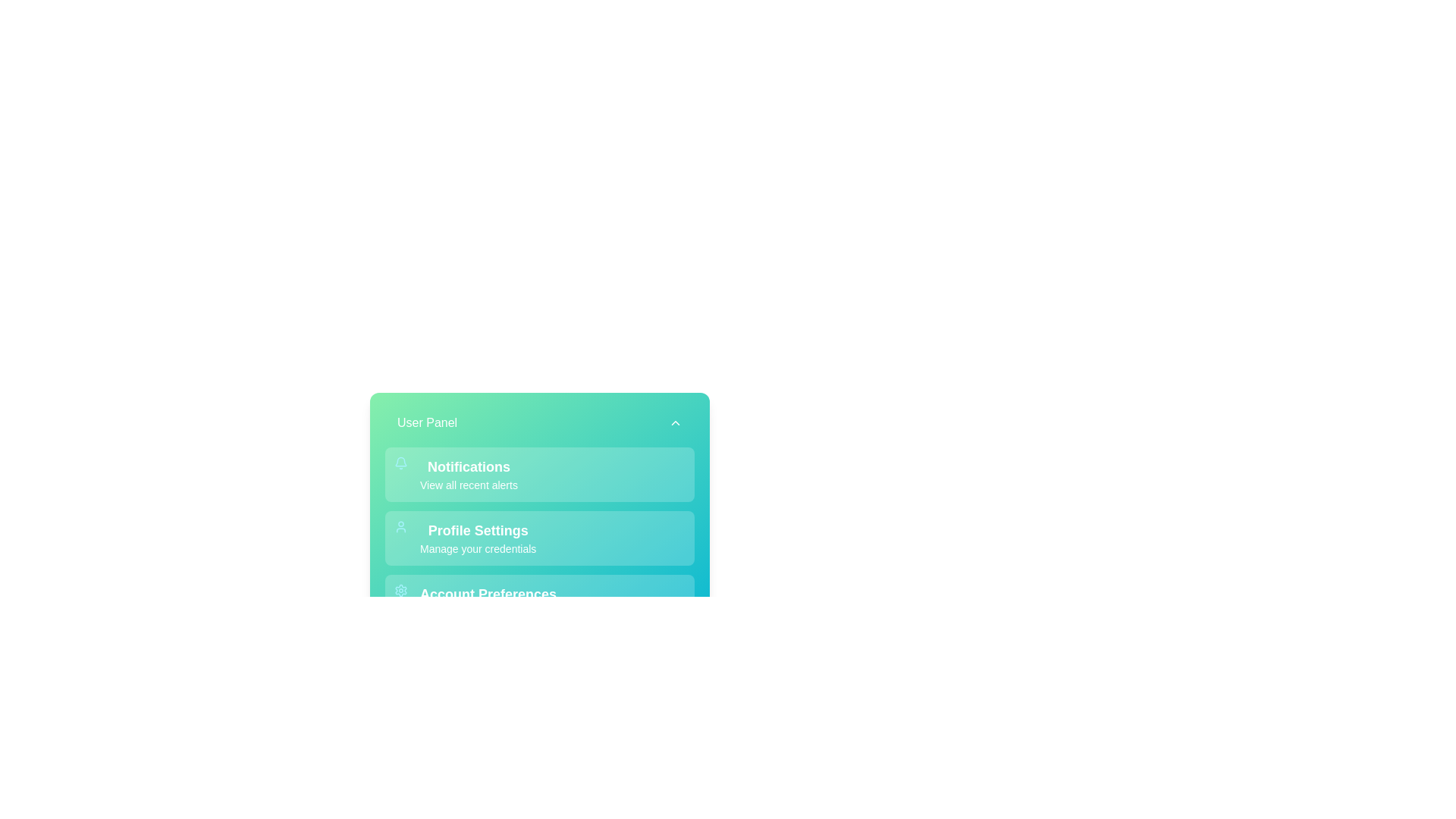 This screenshot has width=1456, height=819. Describe the element at coordinates (539, 537) in the screenshot. I see `the menu item Profile Settings in the UserAccountPanel` at that location.